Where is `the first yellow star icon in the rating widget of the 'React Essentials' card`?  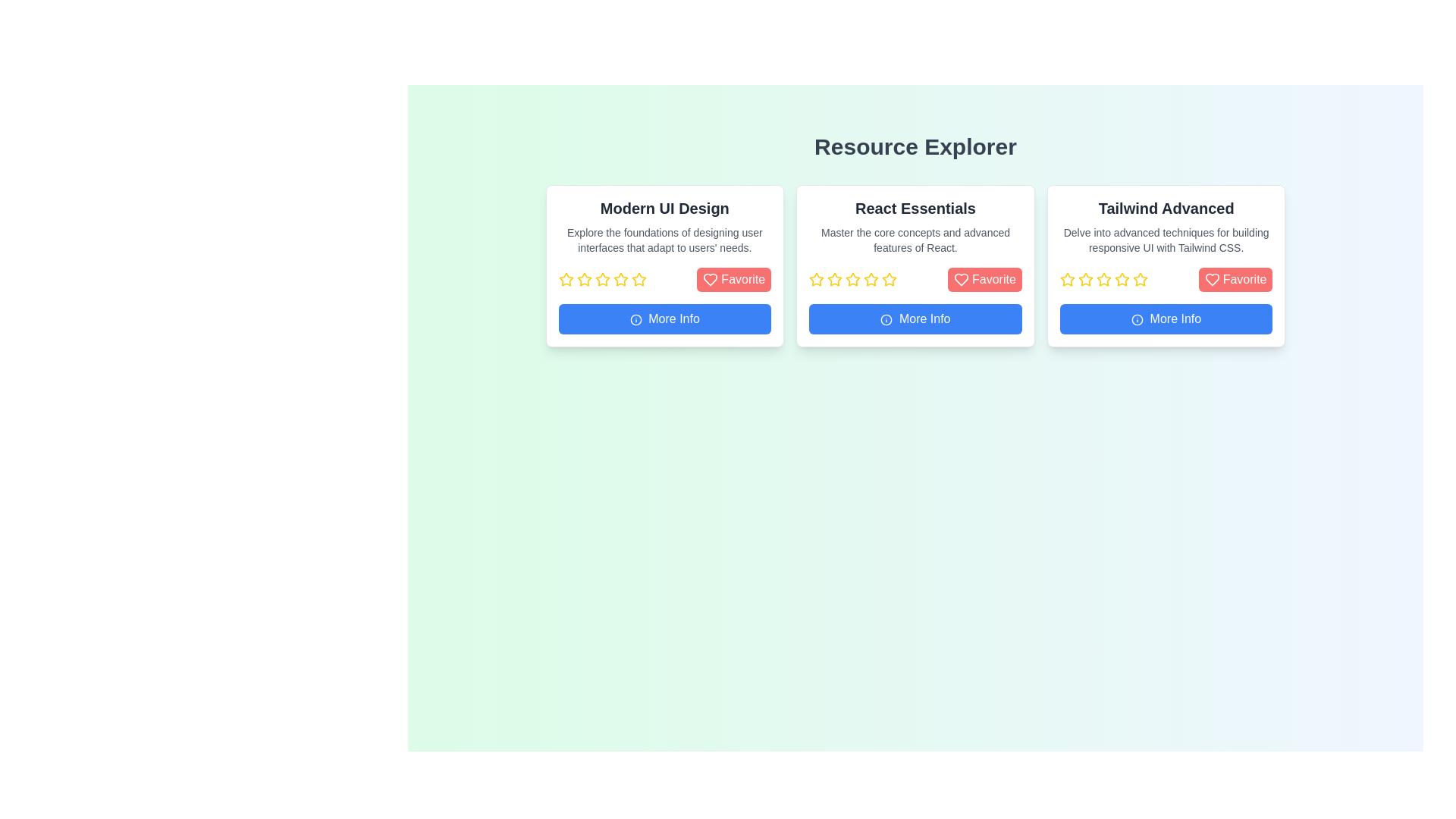 the first yellow star icon in the rating widget of the 'React Essentials' card is located at coordinates (816, 280).